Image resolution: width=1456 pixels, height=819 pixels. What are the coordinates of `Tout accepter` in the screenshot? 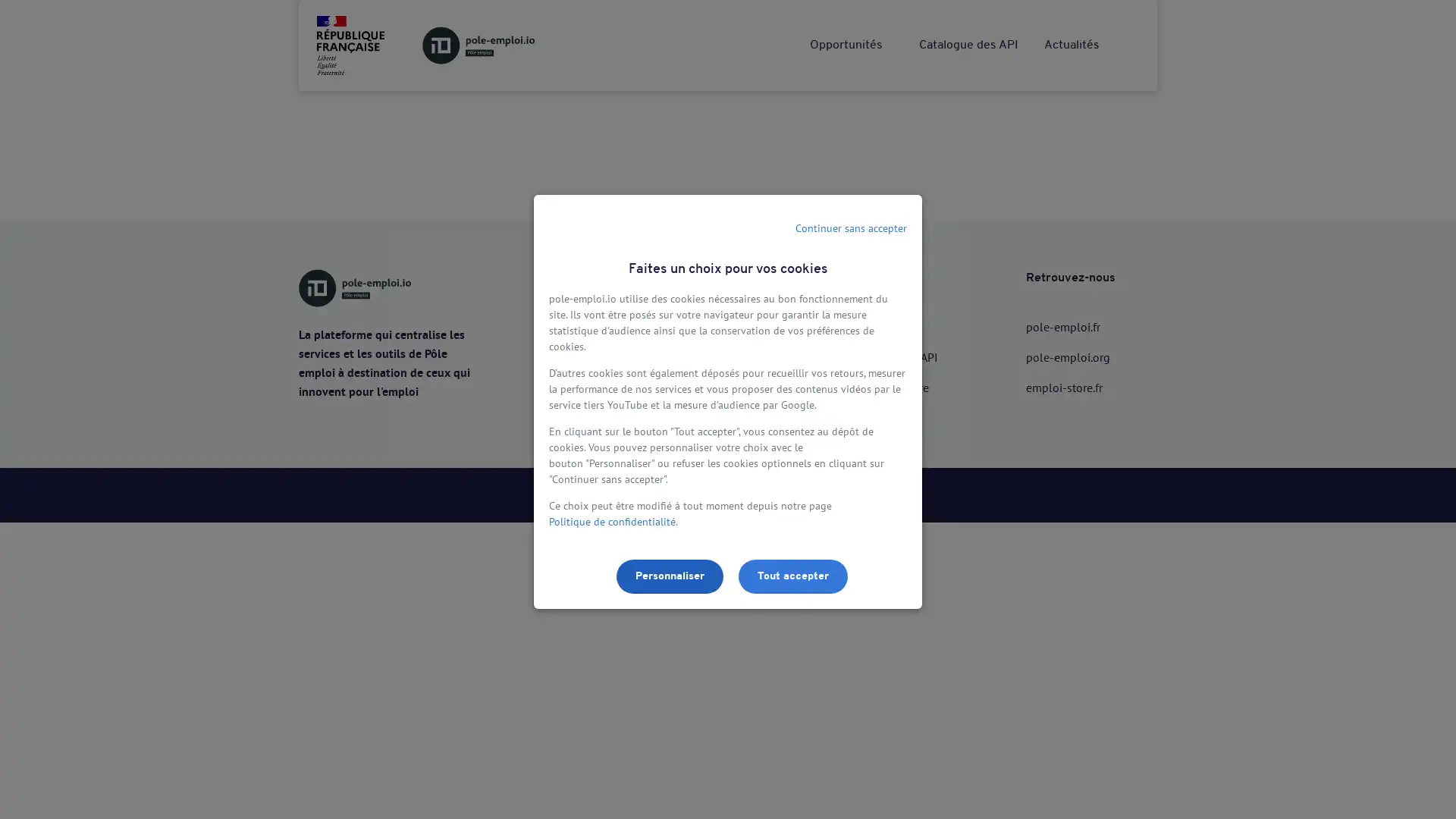 It's located at (792, 576).